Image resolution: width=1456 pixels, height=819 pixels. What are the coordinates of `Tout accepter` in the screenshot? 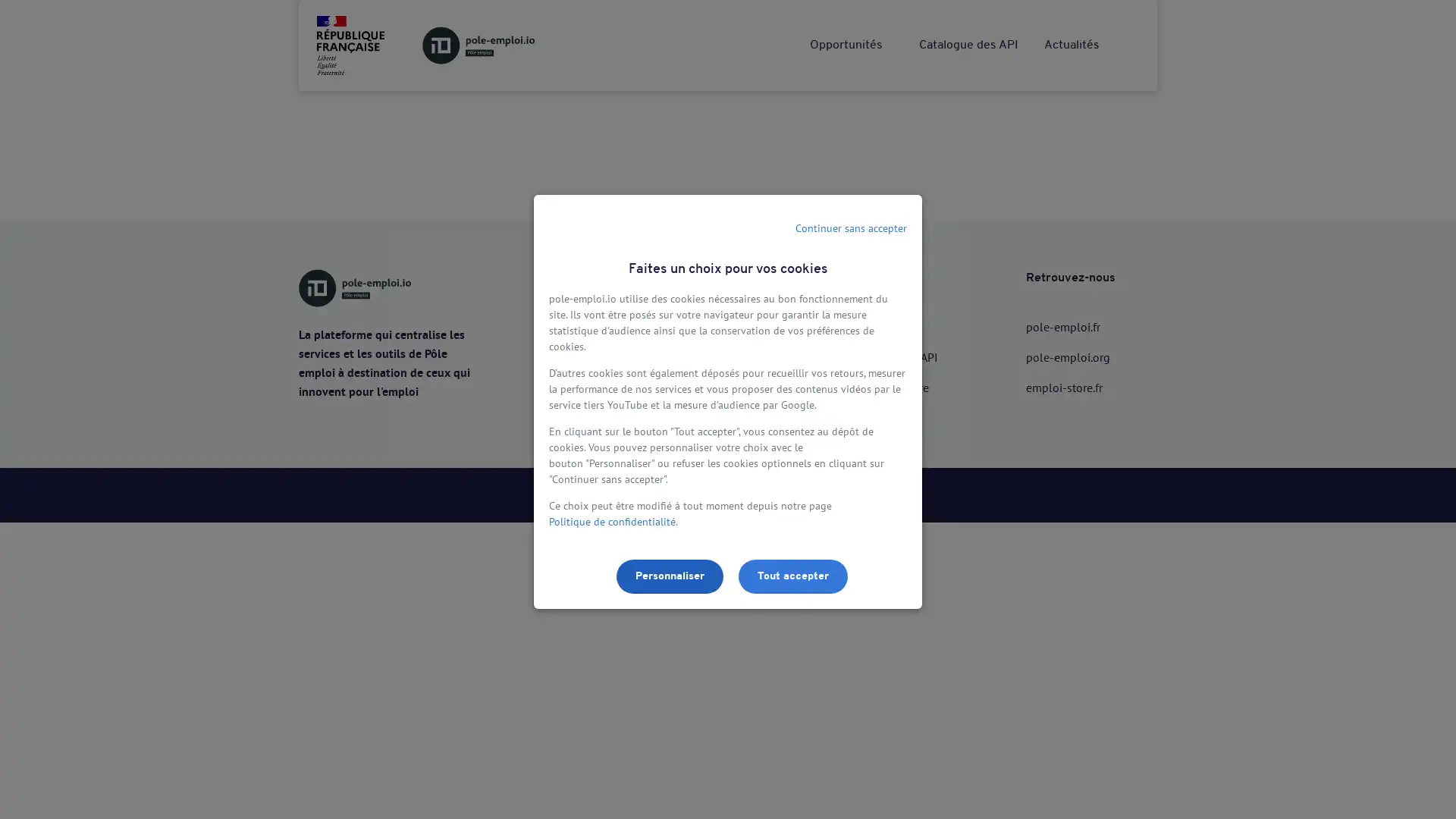 It's located at (792, 576).